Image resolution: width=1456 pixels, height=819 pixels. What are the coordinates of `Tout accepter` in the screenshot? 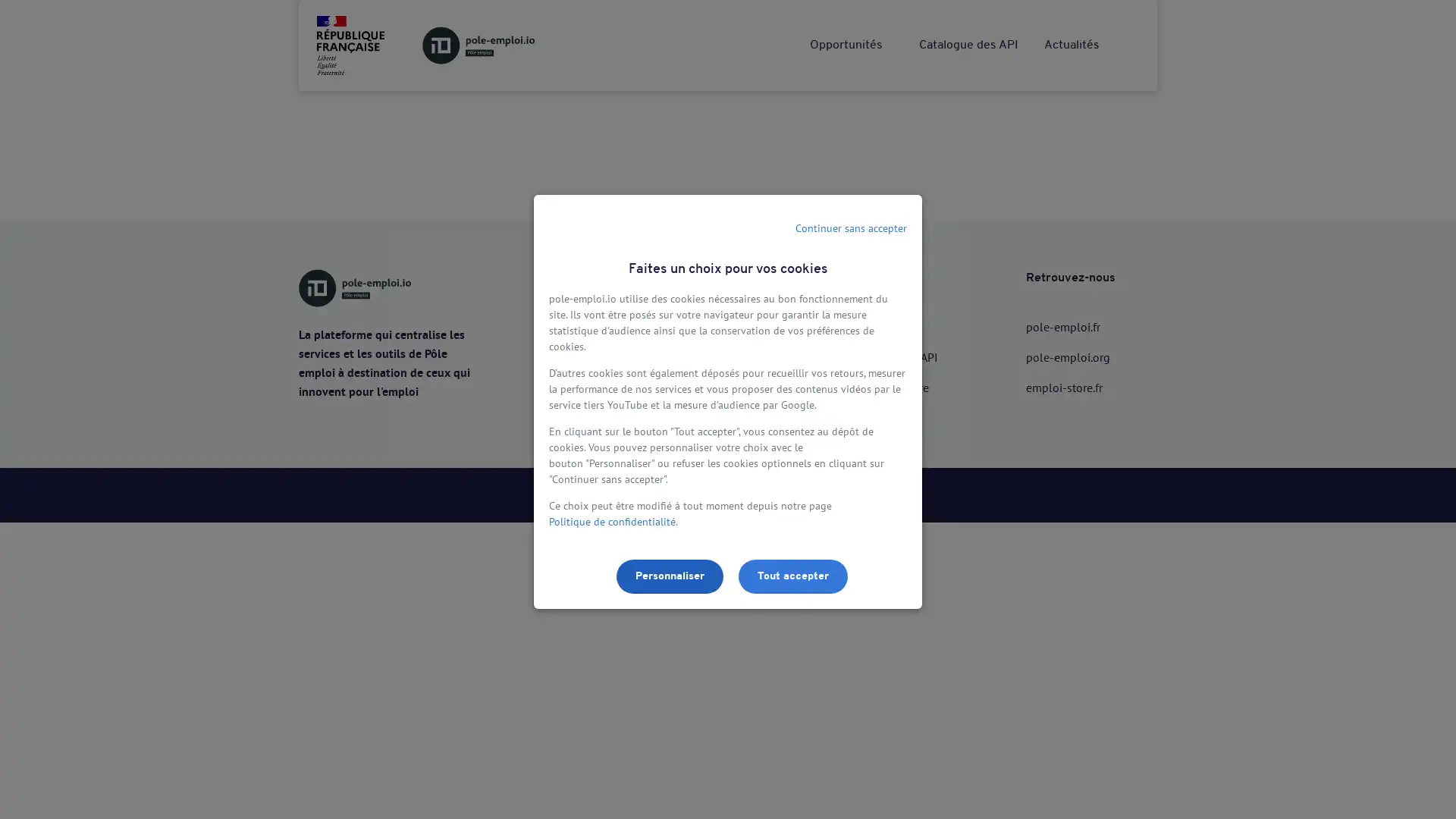 It's located at (792, 576).